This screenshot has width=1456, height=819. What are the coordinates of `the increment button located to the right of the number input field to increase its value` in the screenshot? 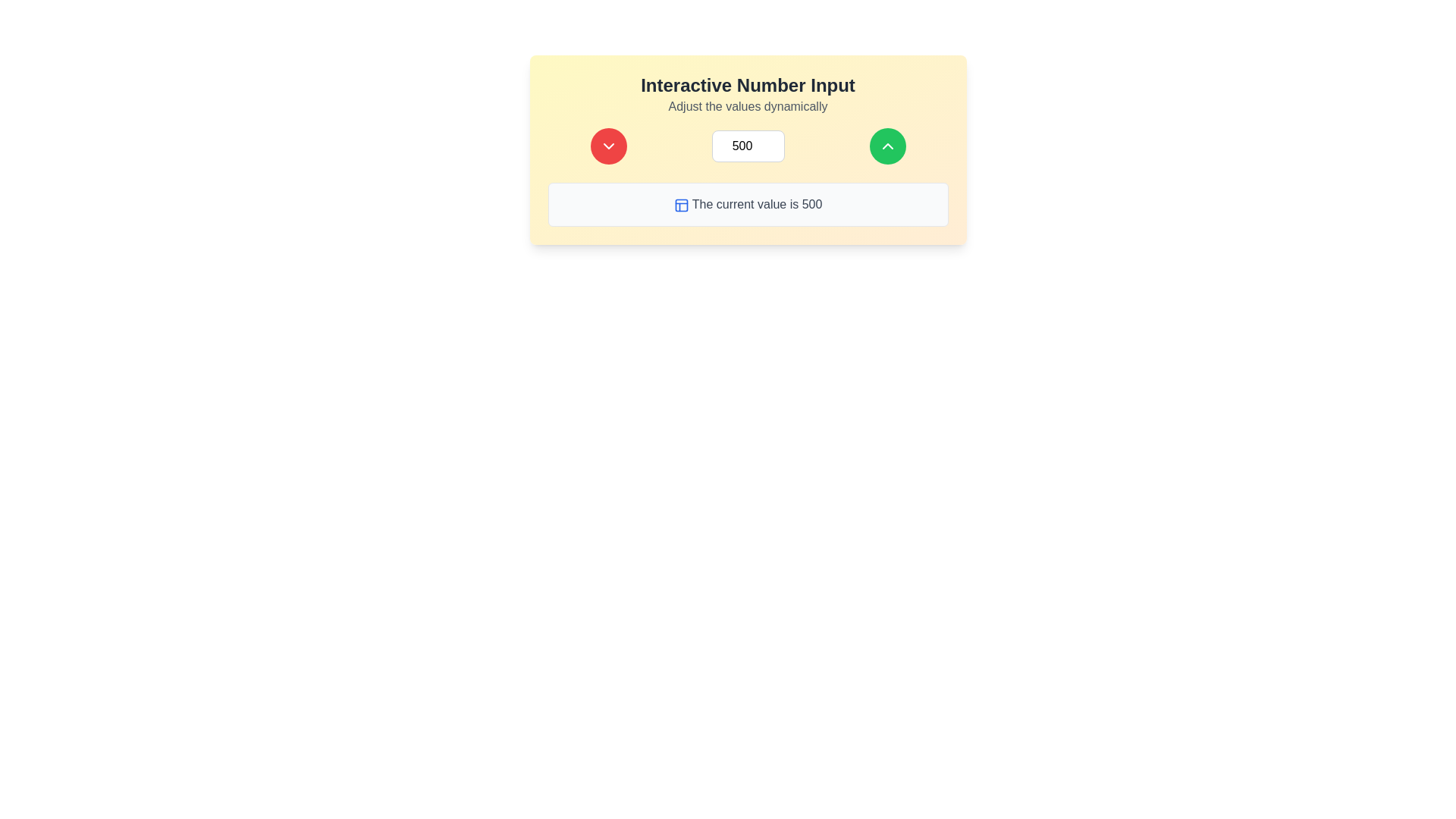 It's located at (887, 146).